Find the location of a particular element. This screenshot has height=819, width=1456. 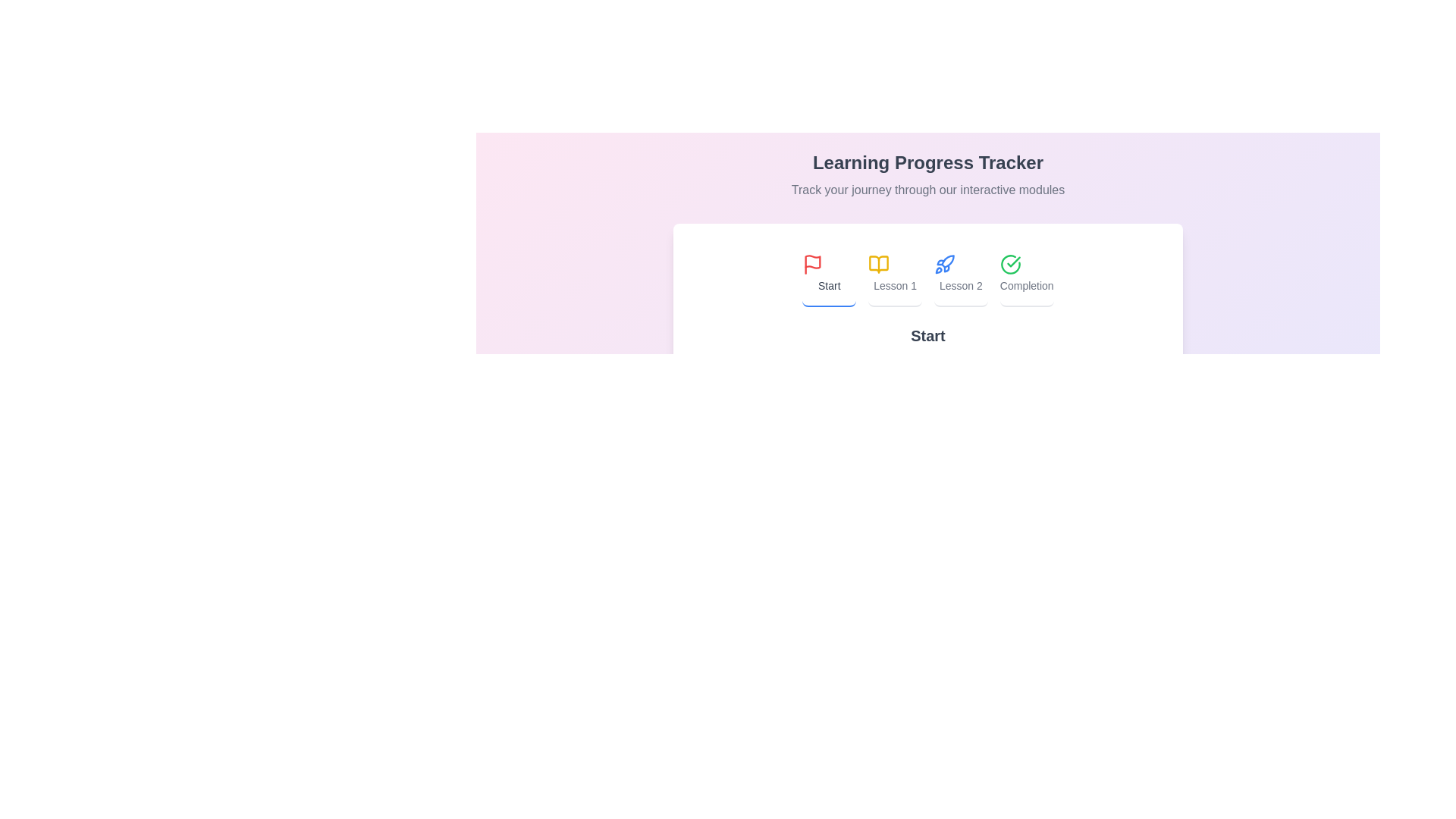

the Start button to observe its hover effect is located at coordinates (828, 275).